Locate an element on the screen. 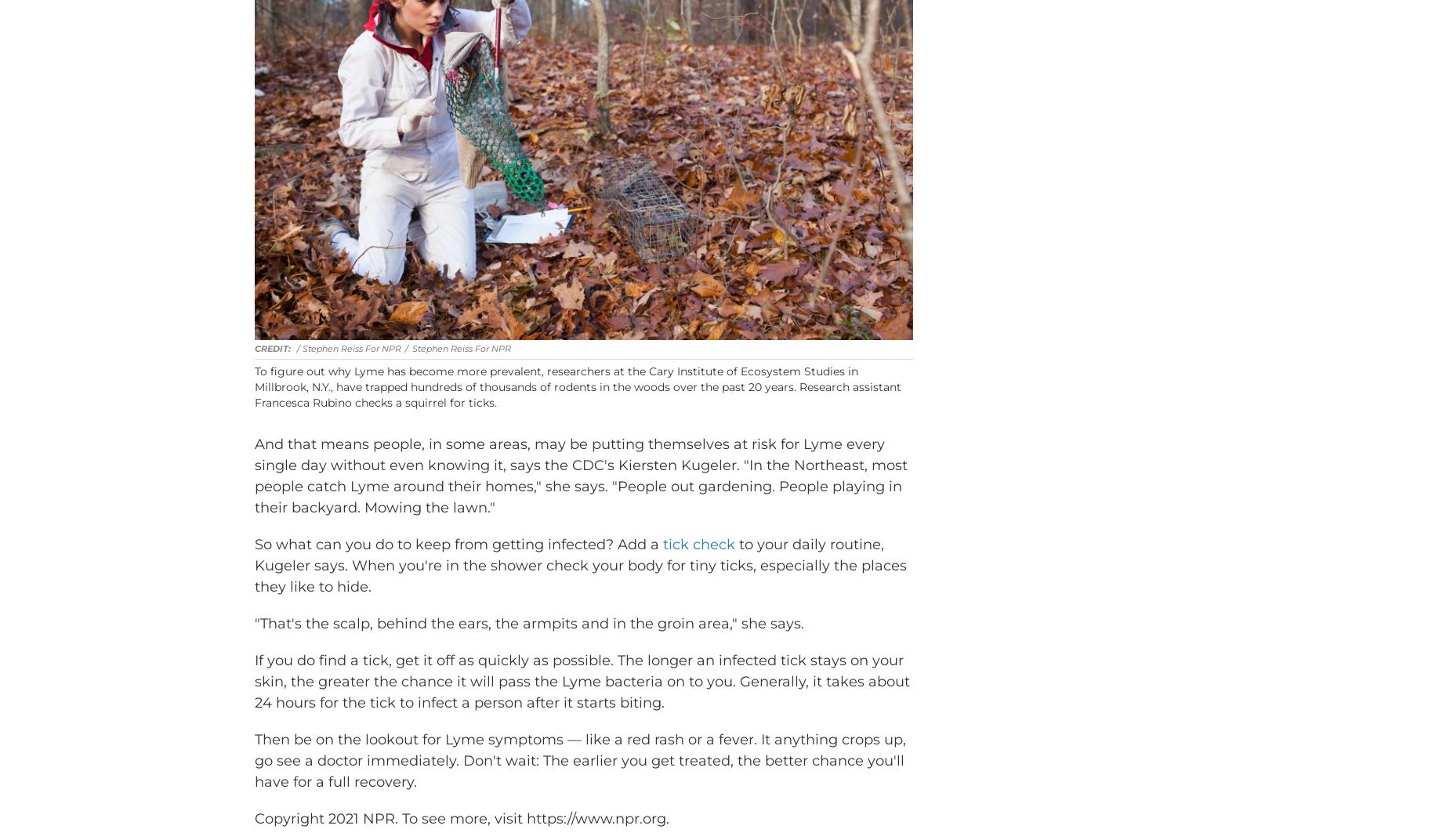 The image size is (1450, 840). 'tick check' is located at coordinates (699, 567).